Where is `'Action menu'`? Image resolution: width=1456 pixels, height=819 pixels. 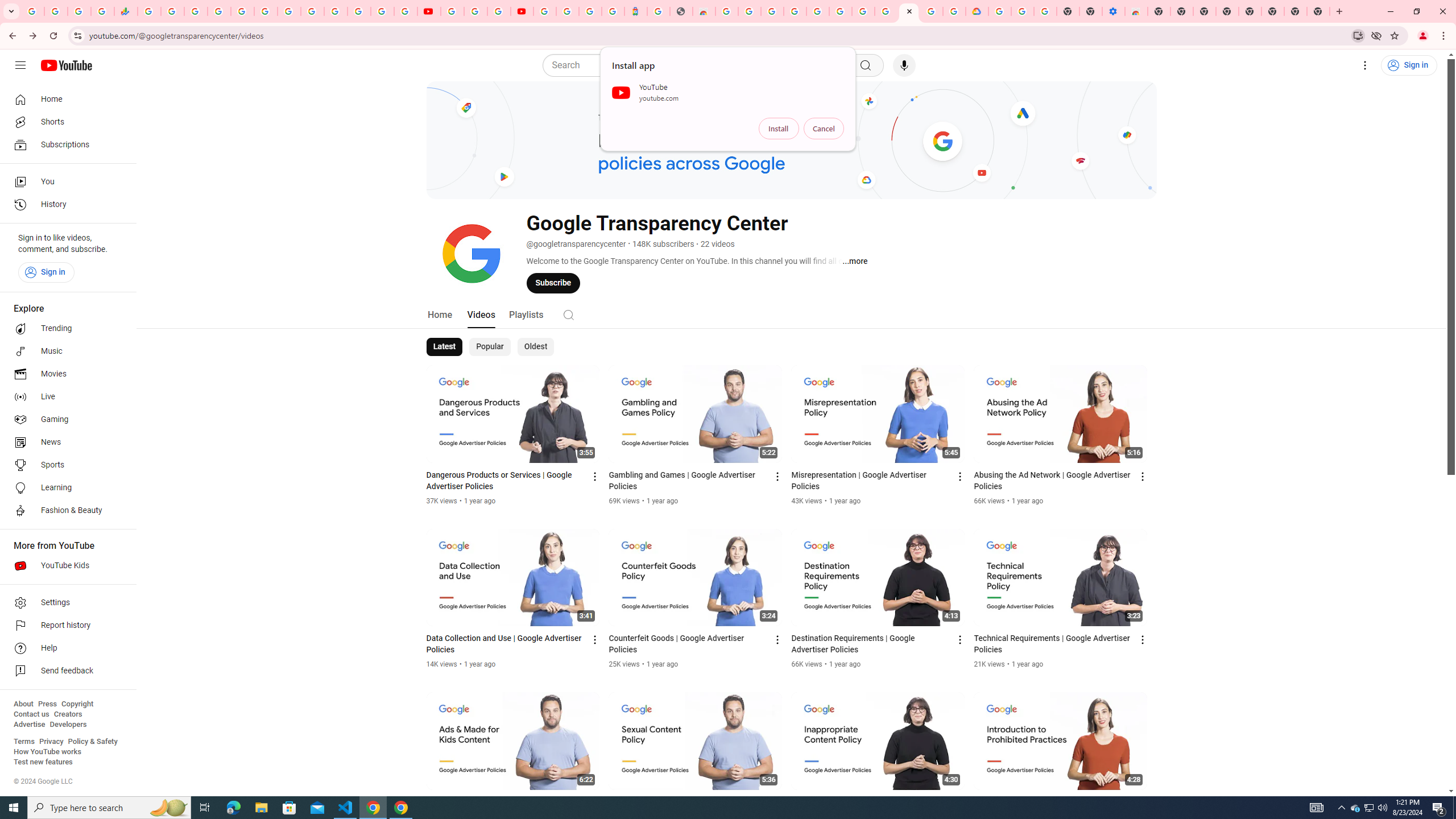 'Action menu' is located at coordinates (1143, 803).